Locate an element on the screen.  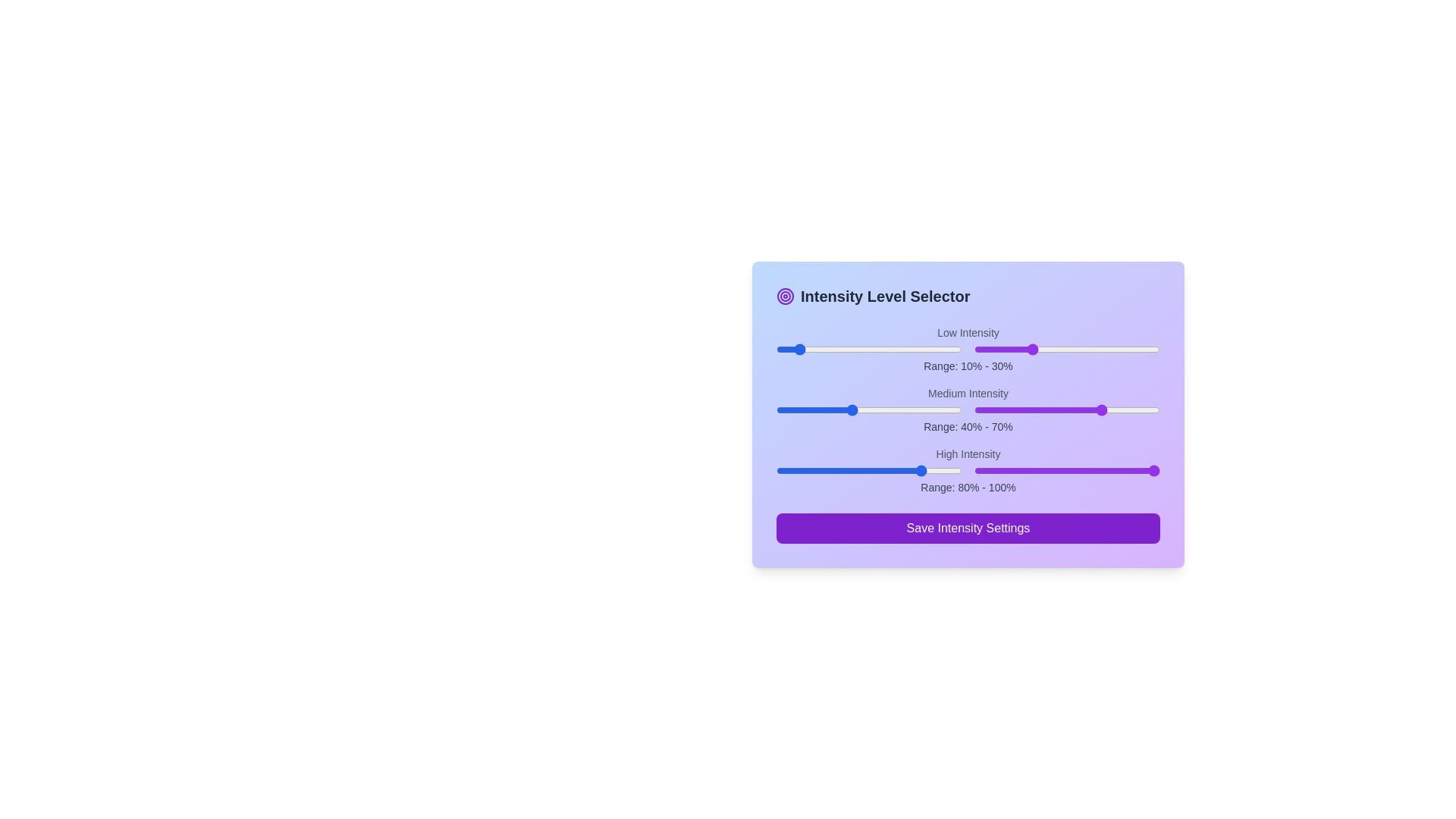
'Save Intensity Settings' button to save the changes is located at coordinates (967, 528).